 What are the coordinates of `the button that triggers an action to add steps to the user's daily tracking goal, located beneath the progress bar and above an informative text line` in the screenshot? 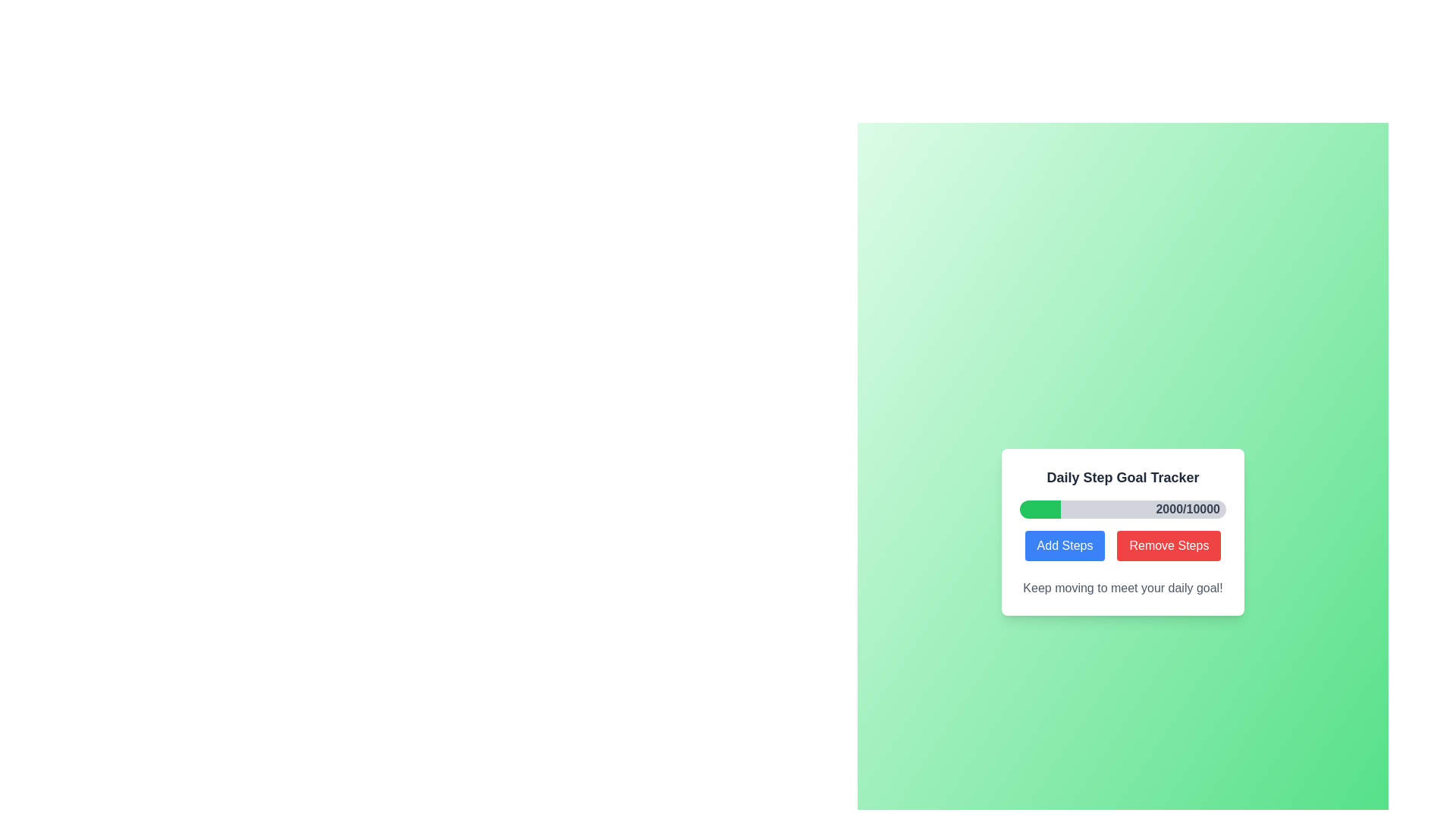 It's located at (1064, 546).